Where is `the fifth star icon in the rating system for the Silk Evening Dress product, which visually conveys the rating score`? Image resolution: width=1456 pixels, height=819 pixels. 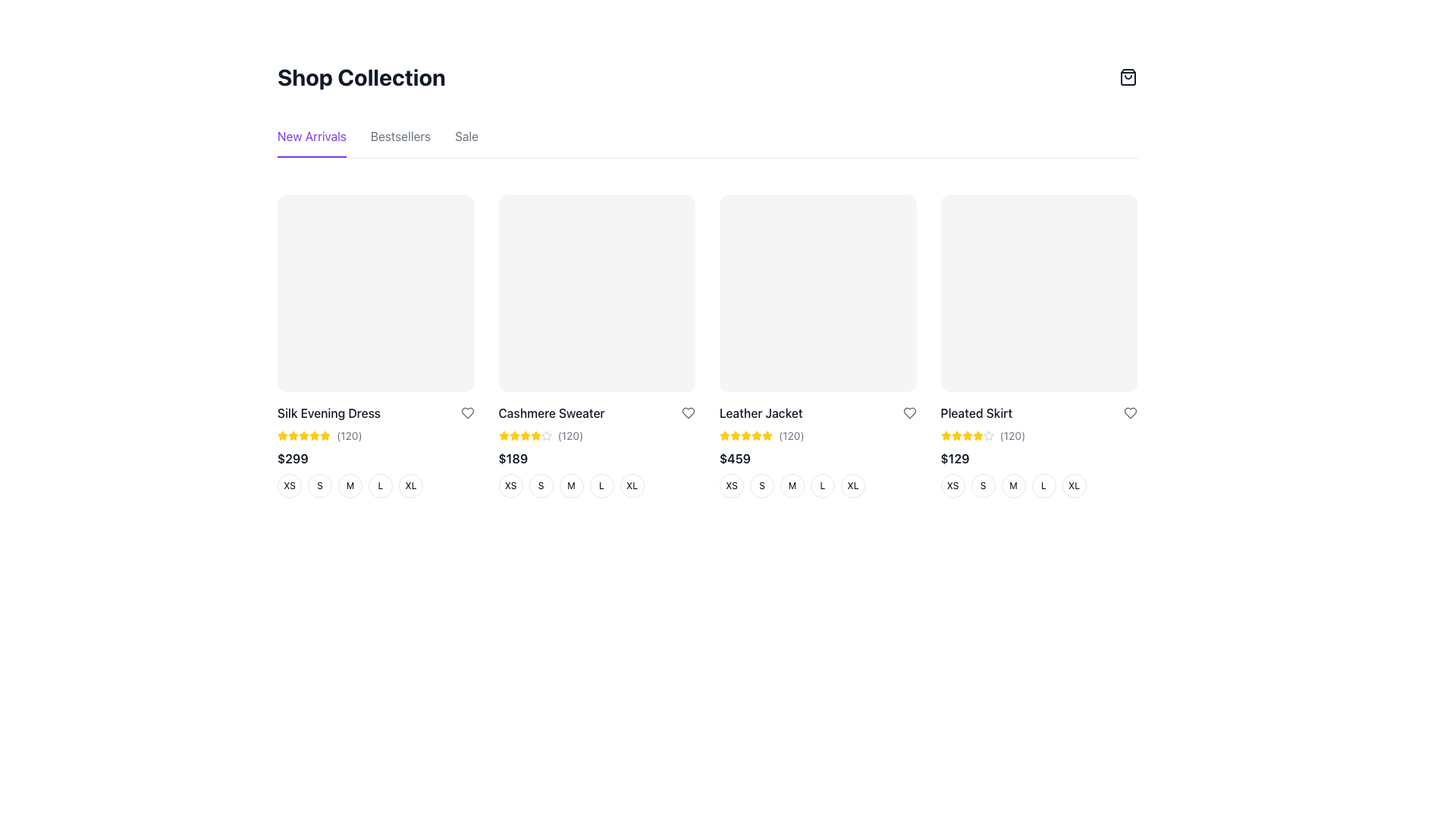 the fifth star icon in the rating system for the Silk Evening Dress product, which visually conveys the rating score is located at coordinates (303, 435).